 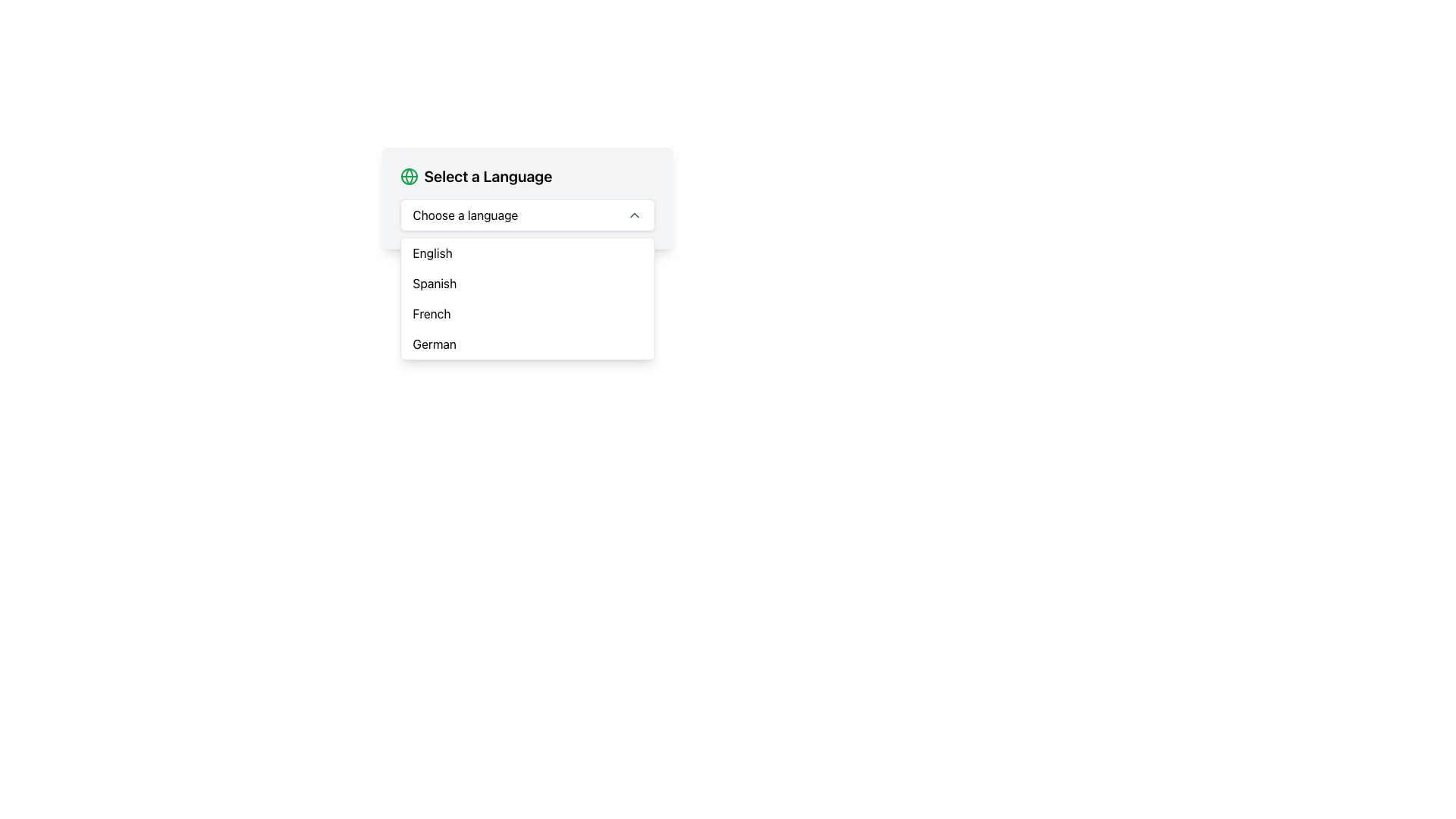 What do you see at coordinates (527, 215) in the screenshot?
I see `the 'Choose a language' dropdown menu` at bounding box center [527, 215].